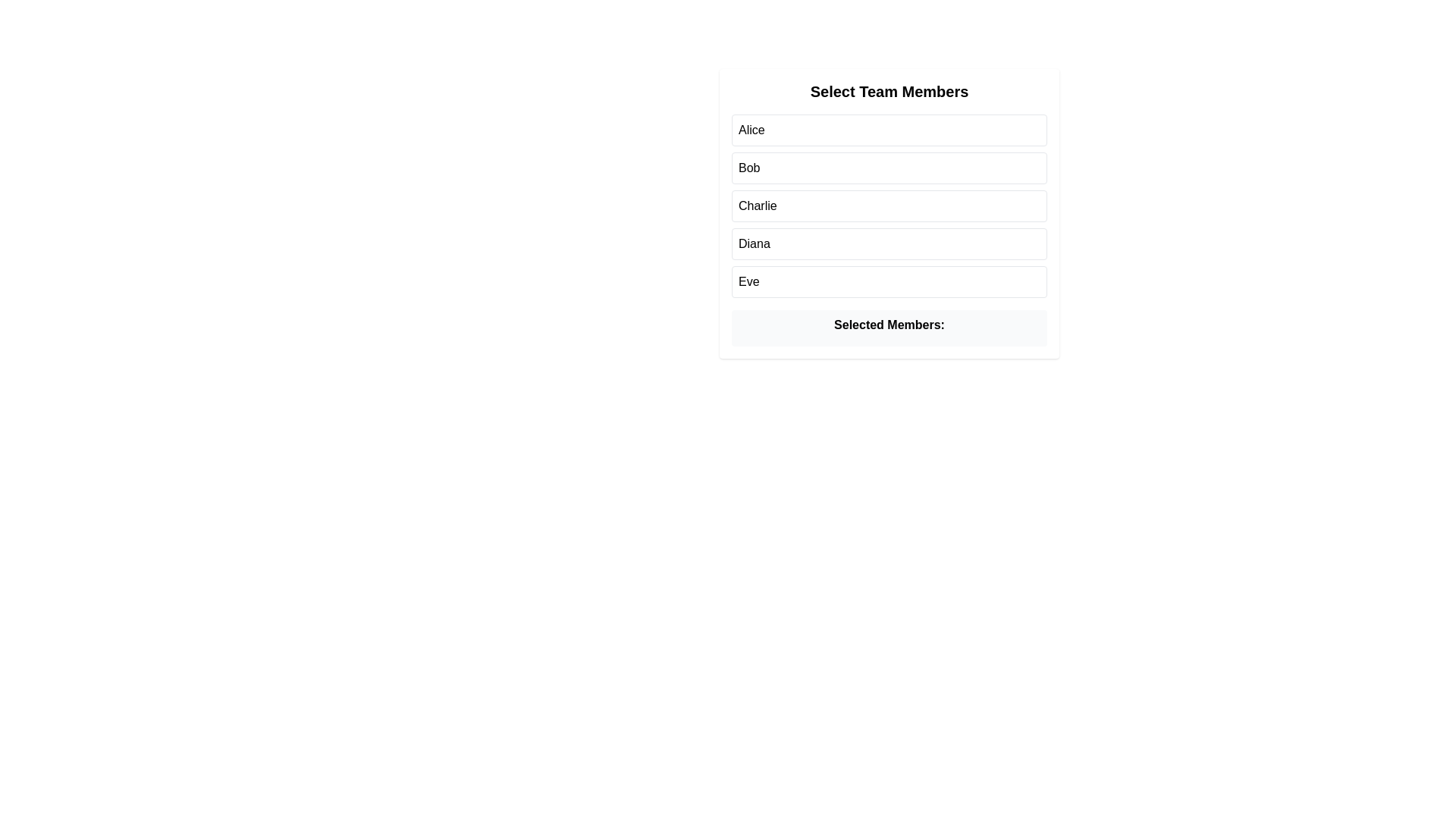 This screenshot has height=819, width=1456. Describe the element at coordinates (889, 213) in the screenshot. I see `the selectable list item representing the user named 'Charlie', which is the third item in the 'Select Team Members' list` at that location.